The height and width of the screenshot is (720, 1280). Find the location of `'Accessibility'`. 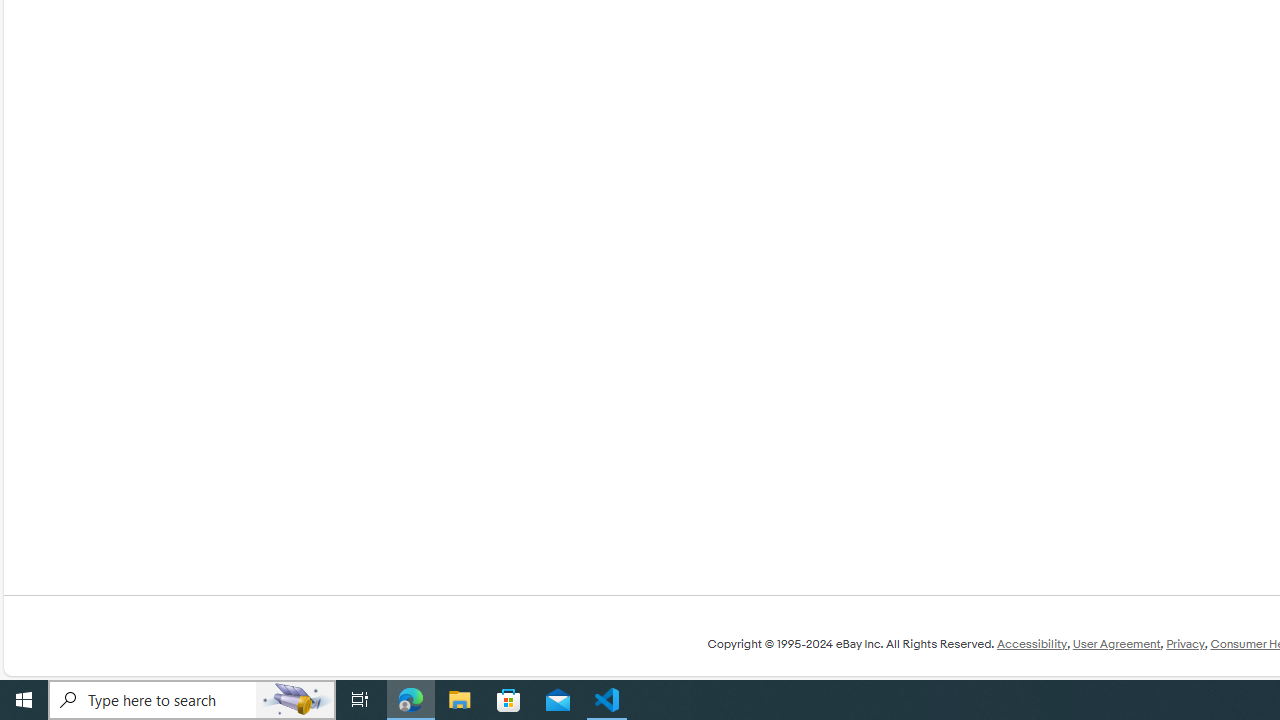

'Accessibility' is located at coordinates (1031, 644).